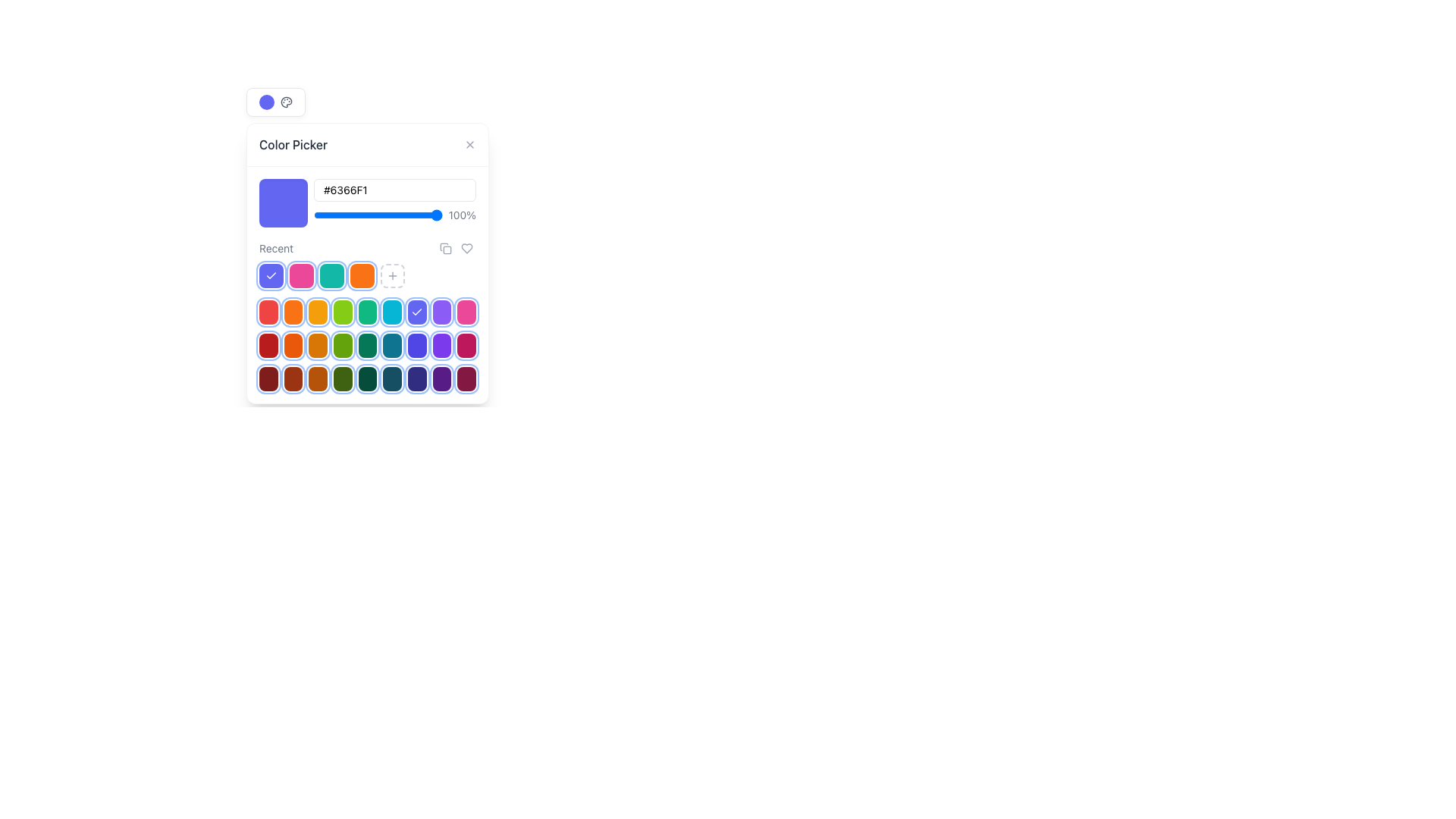 The image size is (1456, 819). I want to click on the icon button located to the right of the color value input field in the color picker interface to copy the associated color code, so click(445, 247).